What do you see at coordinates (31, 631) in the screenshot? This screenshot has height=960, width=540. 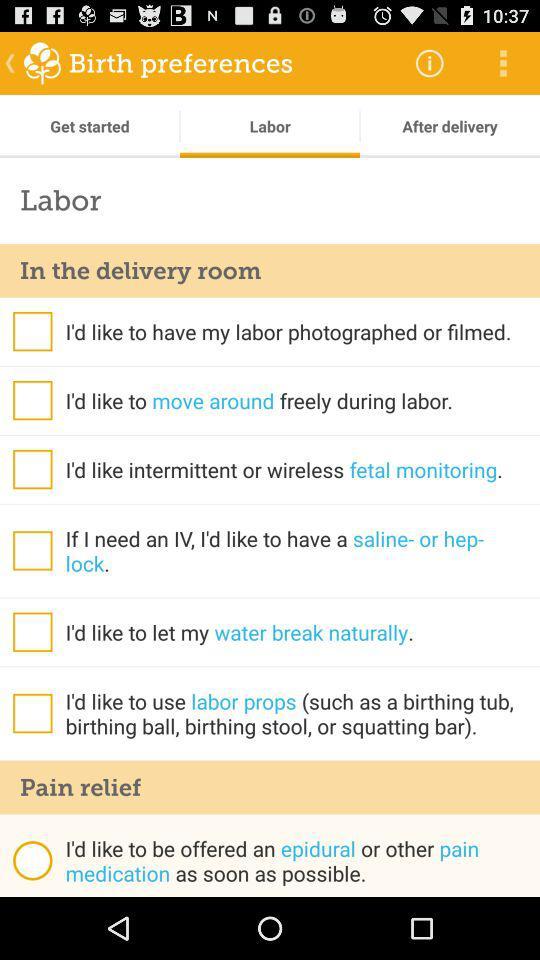 I see `option` at bounding box center [31, 631].